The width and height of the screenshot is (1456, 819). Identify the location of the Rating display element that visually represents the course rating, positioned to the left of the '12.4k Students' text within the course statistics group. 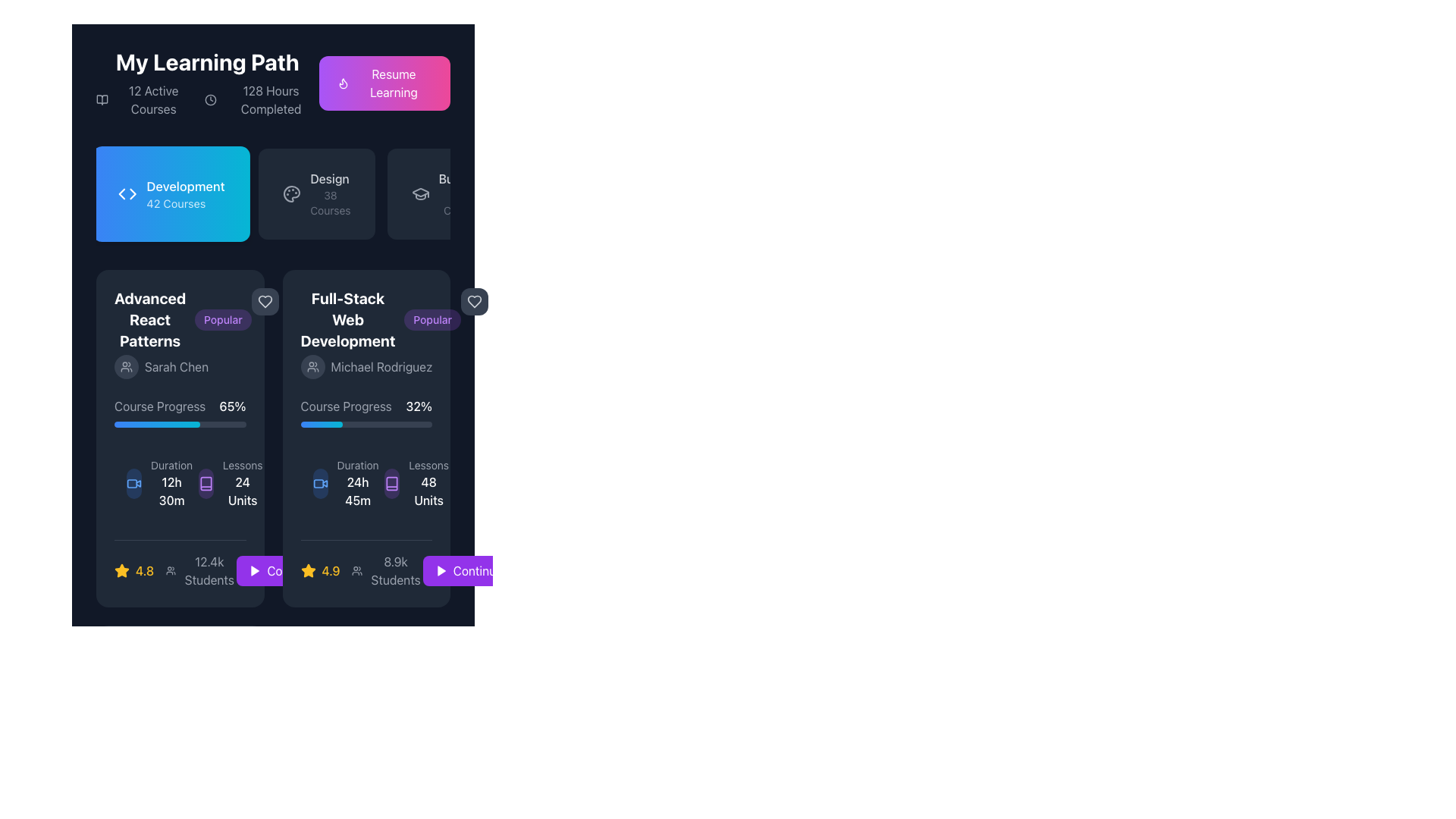
(134, 570).